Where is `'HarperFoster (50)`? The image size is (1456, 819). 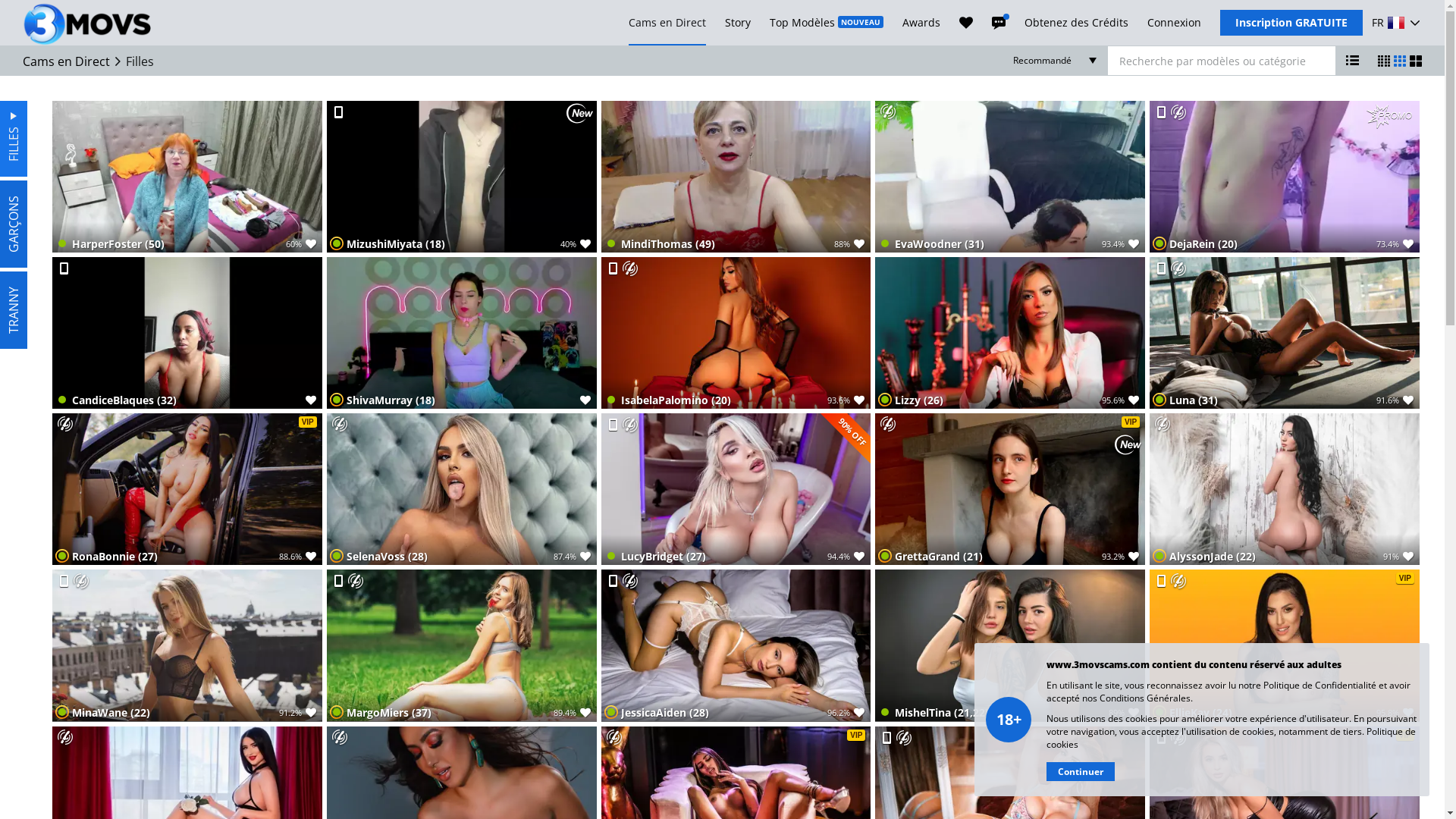
'HarperFoster (50) is located at coordinates (186, 175).